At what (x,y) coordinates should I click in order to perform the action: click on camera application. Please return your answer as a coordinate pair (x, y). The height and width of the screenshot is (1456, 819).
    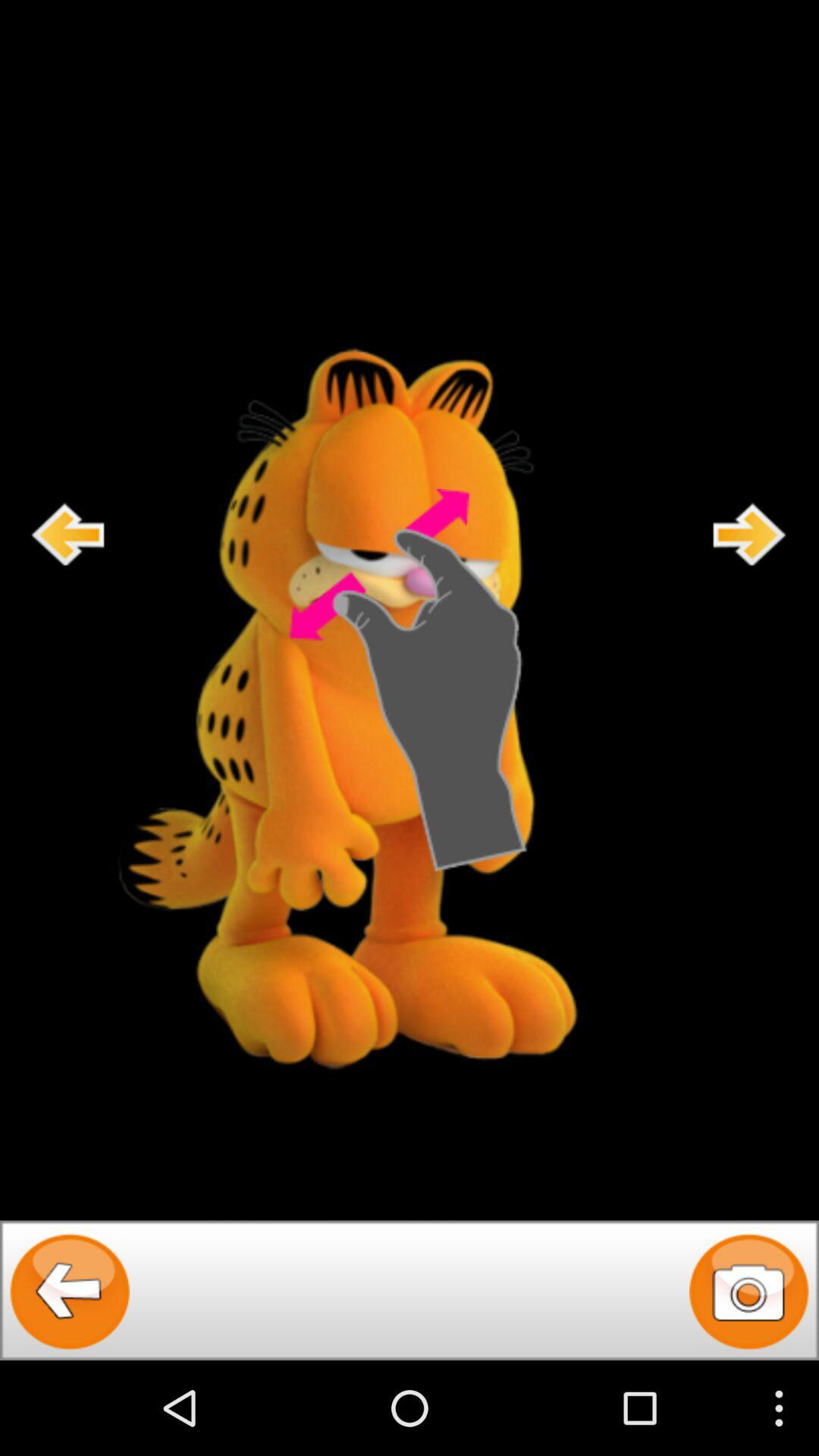
    Looking at the image, I should click on (748, 1289).